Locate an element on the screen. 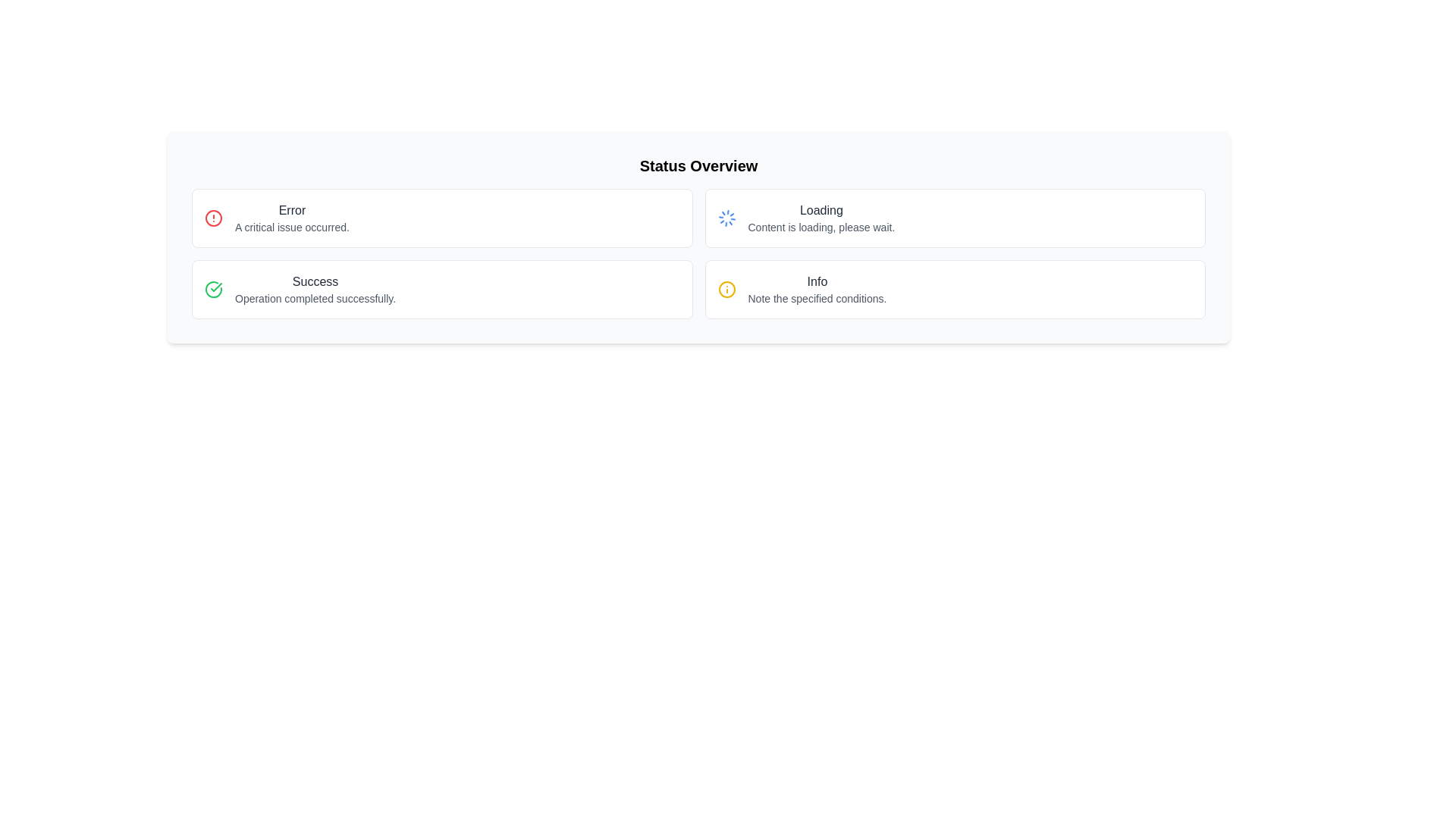  the blue and white animated loader icon located at the top-right of the status card indicating 'Loading' to observe its animation is located at coordinates (726, 218).